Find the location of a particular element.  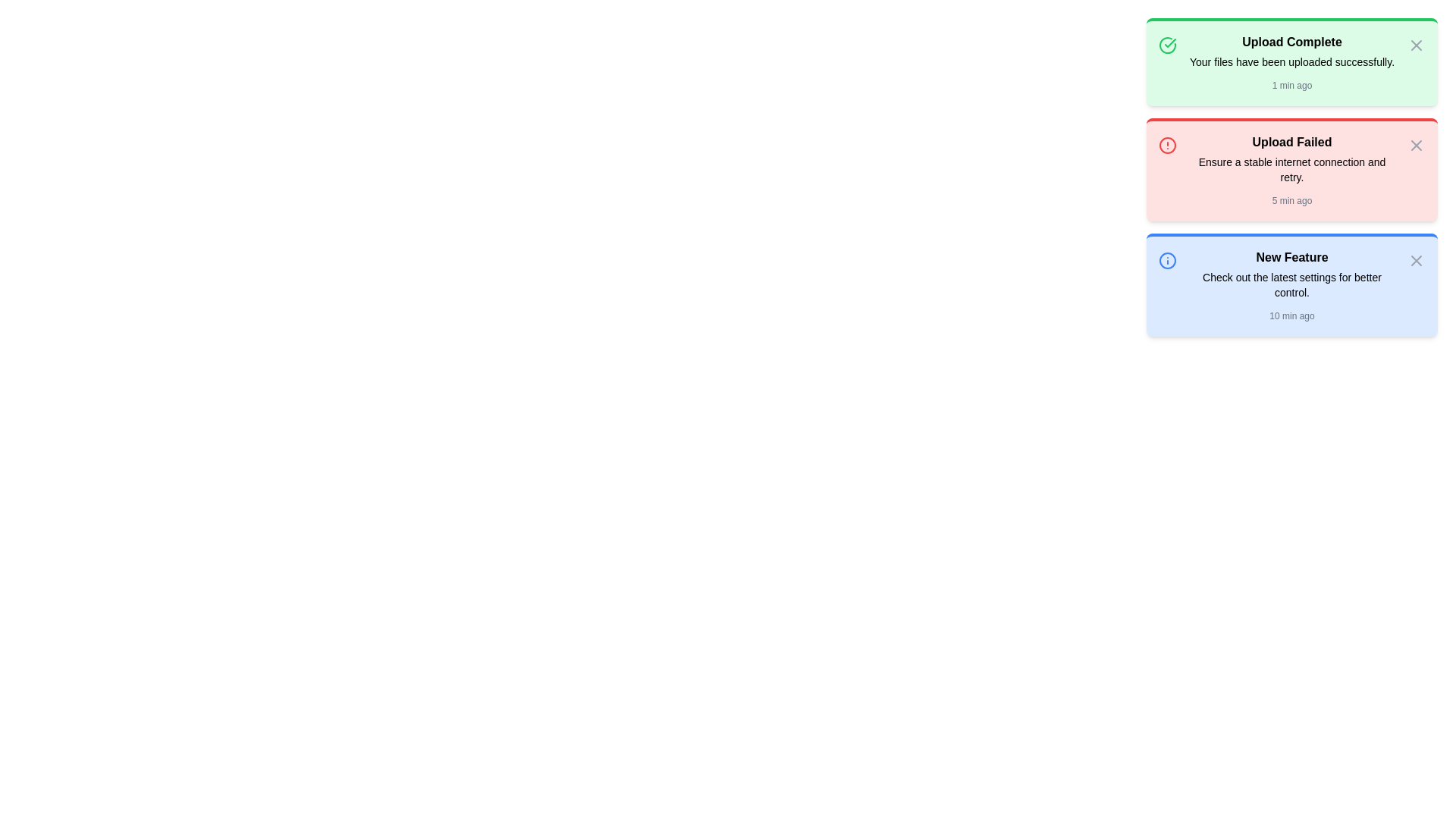

the icon button located at the top-right corner of the 'Upload Complete' notification card to change its color is located at coordinates (1415, 45).